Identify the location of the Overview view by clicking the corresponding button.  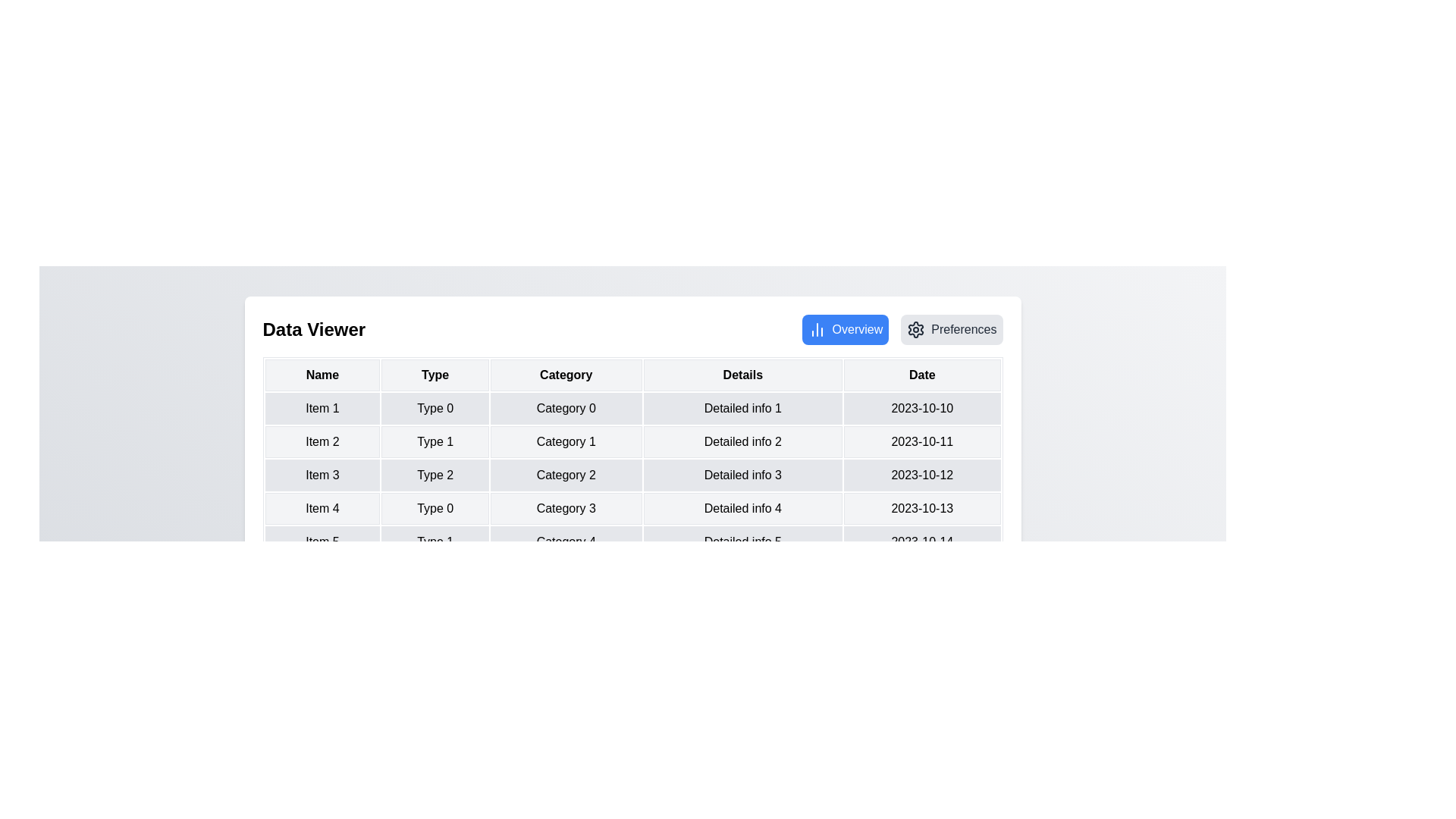
(844, 329).